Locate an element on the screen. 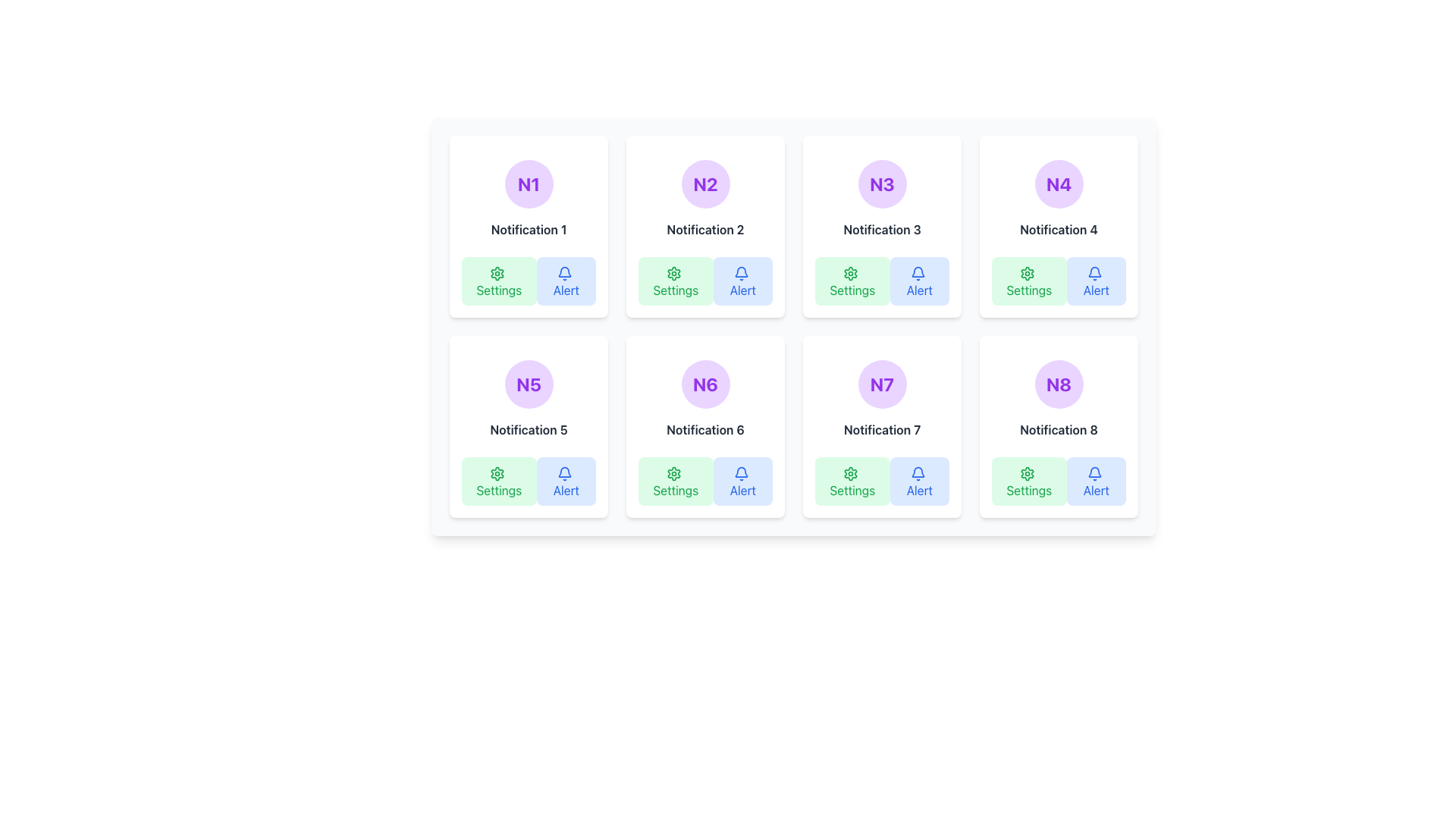  the second button under the 'Notification 3' block is located at coordinates (918, 281).